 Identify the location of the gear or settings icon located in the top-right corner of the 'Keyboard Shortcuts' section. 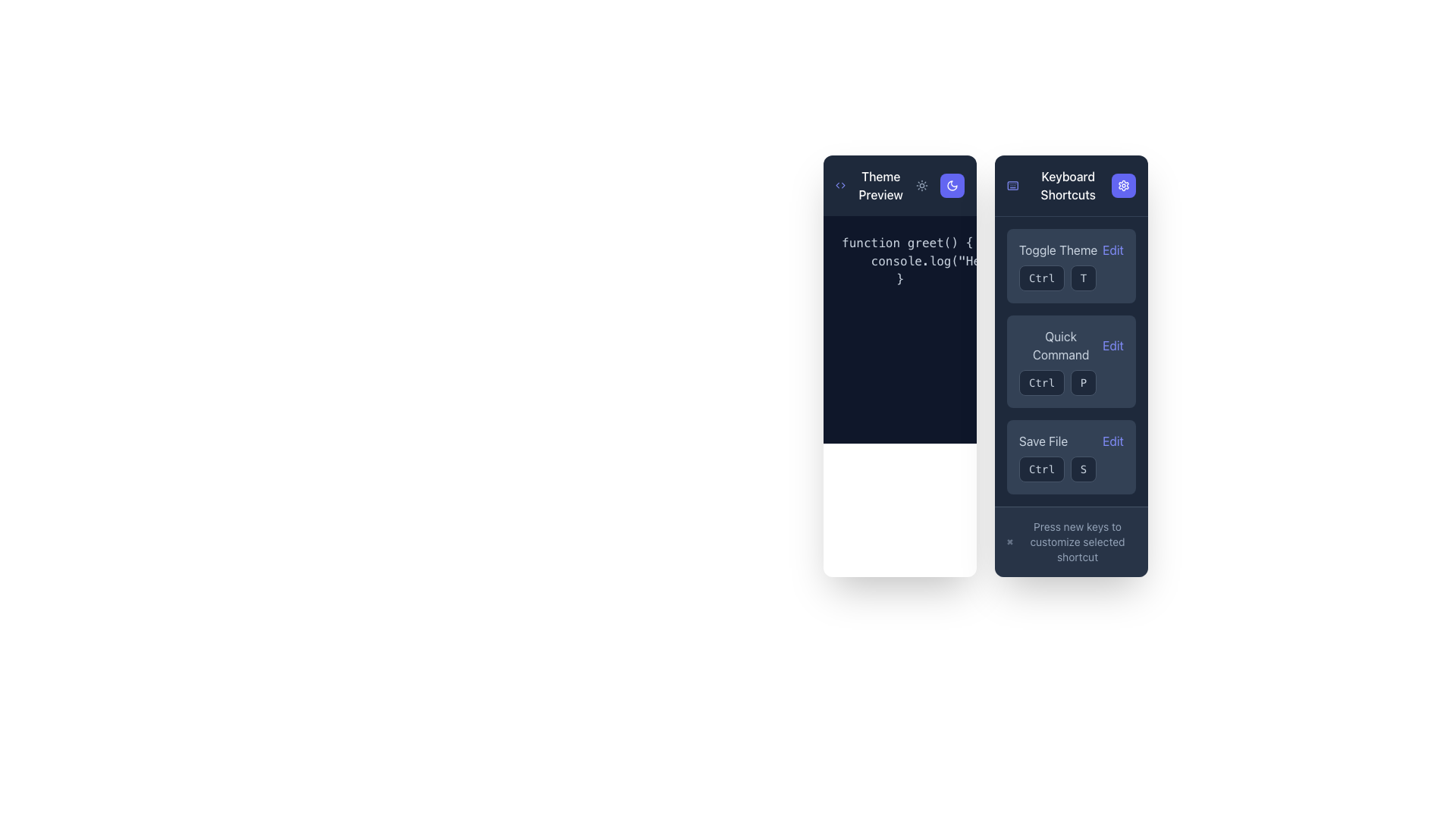
(1124, 185).